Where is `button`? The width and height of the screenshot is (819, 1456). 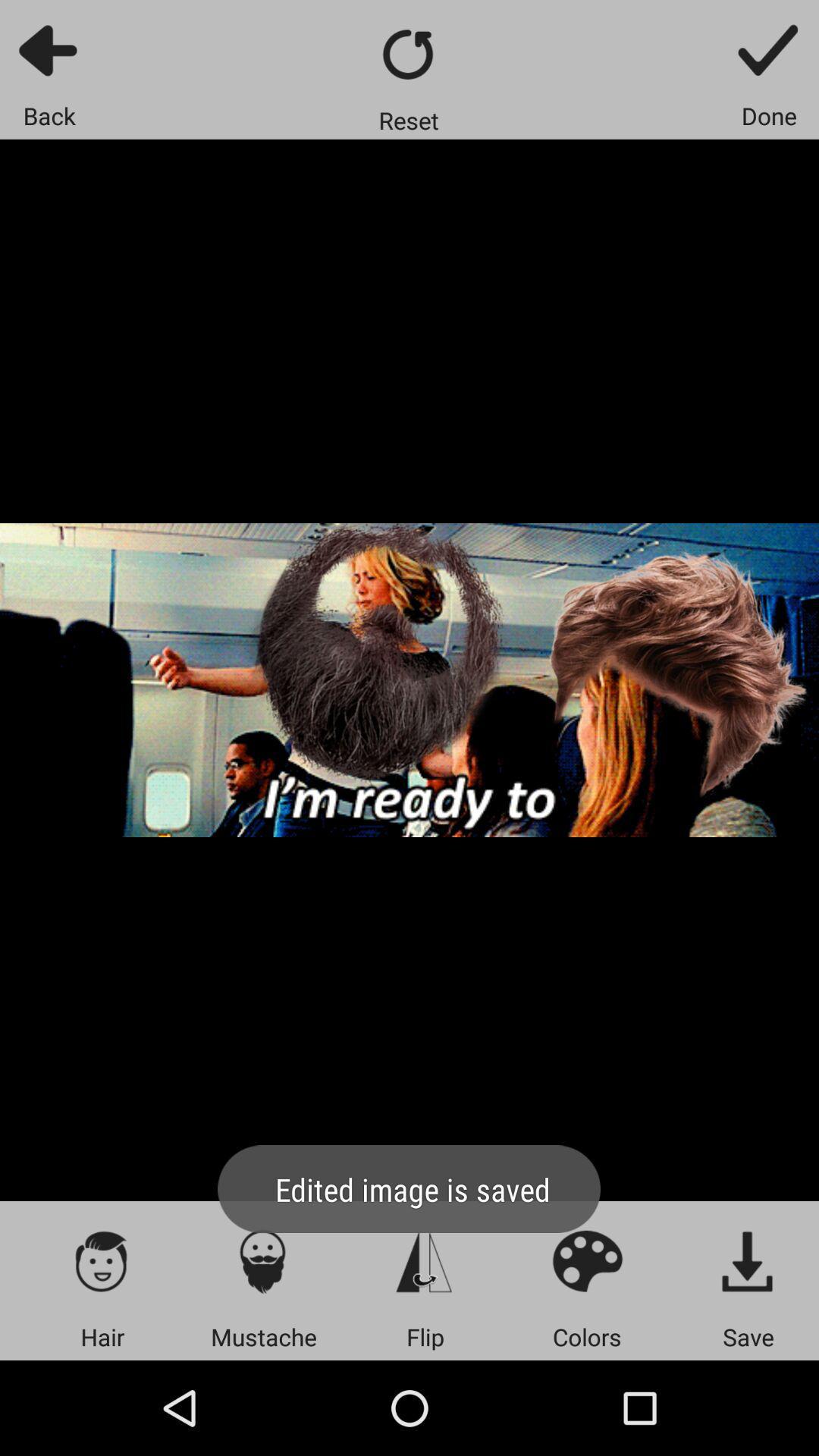 button is located at coordinates (748, 1260).